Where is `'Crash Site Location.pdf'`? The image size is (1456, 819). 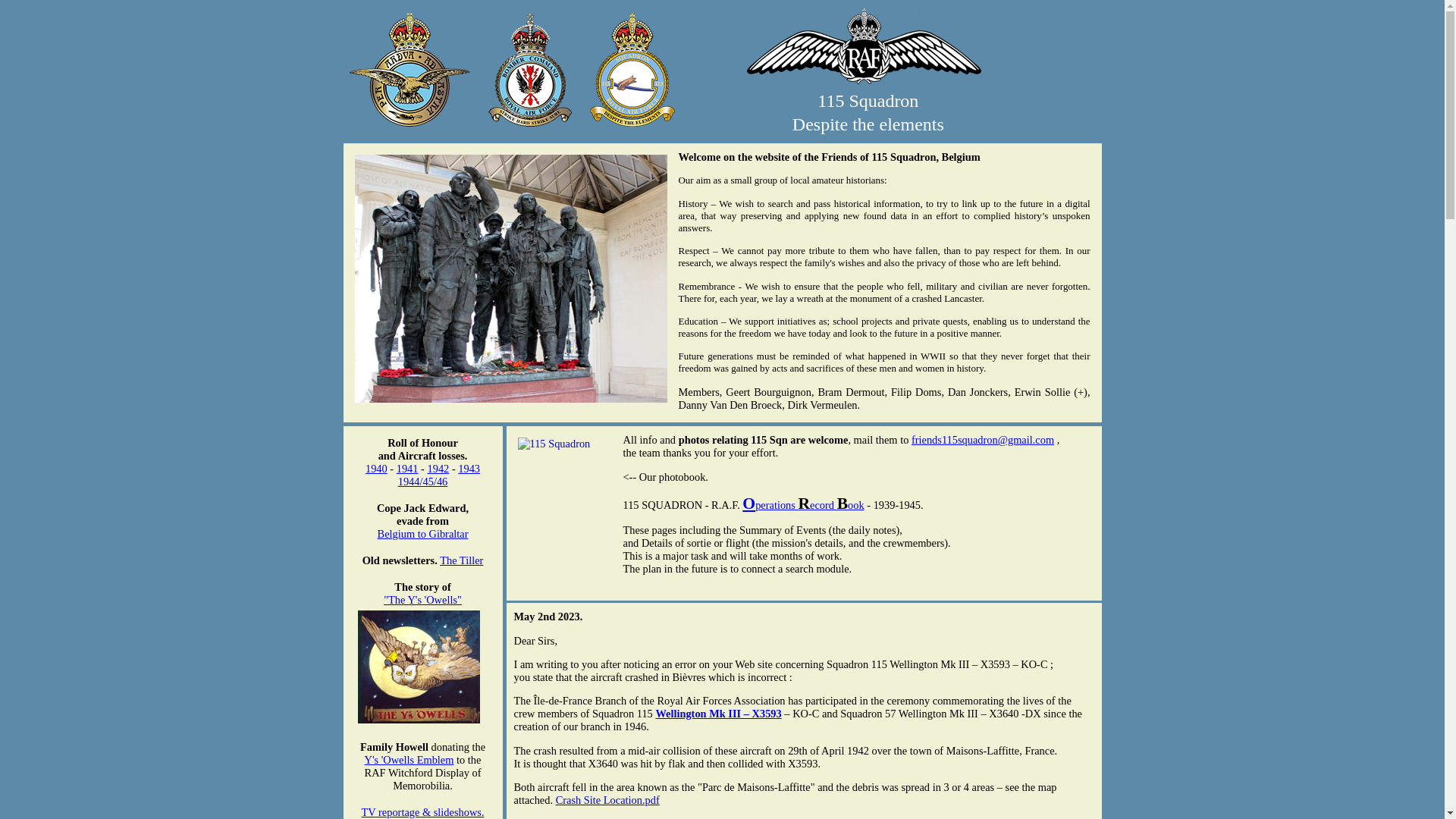 'Crash Site Location.pdf' is located at coordinates (607, 799).